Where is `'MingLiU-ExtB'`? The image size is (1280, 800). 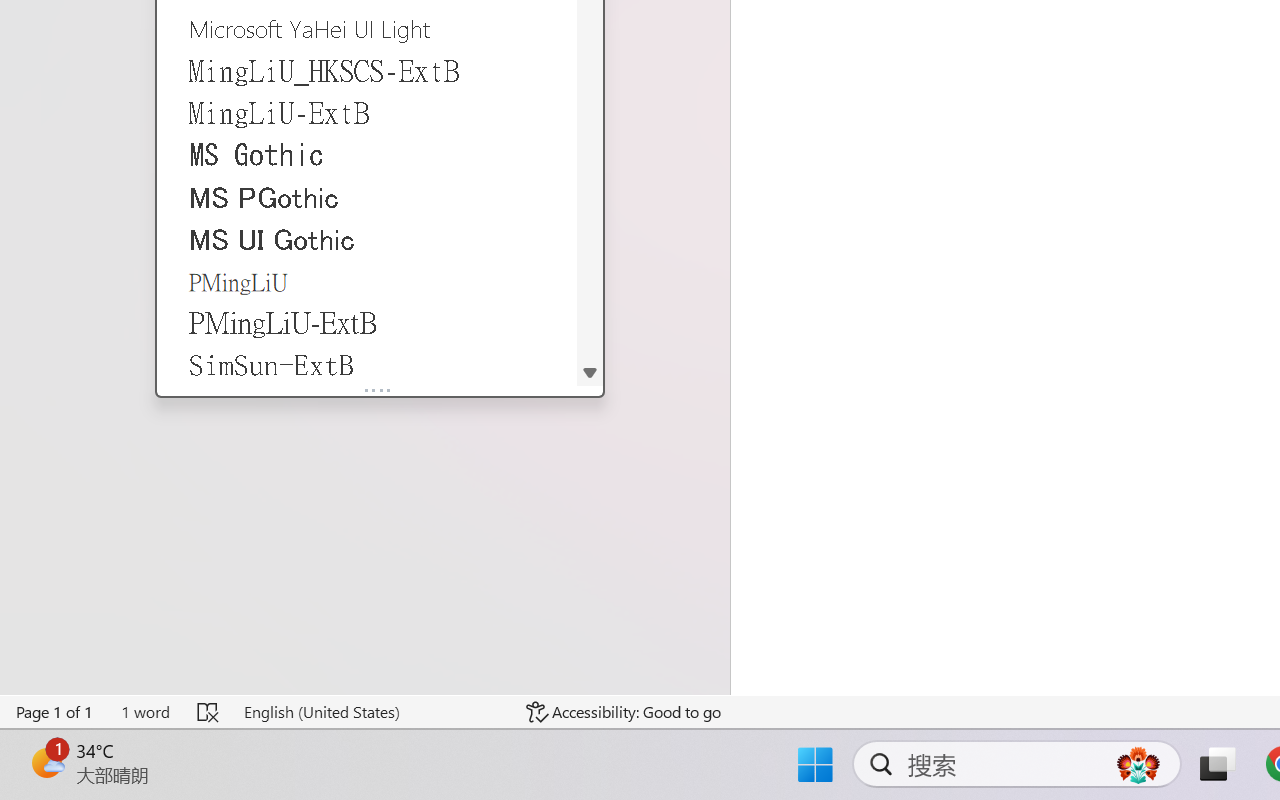
'MingLiU-ExtB' is located at coordinates (367, 112).